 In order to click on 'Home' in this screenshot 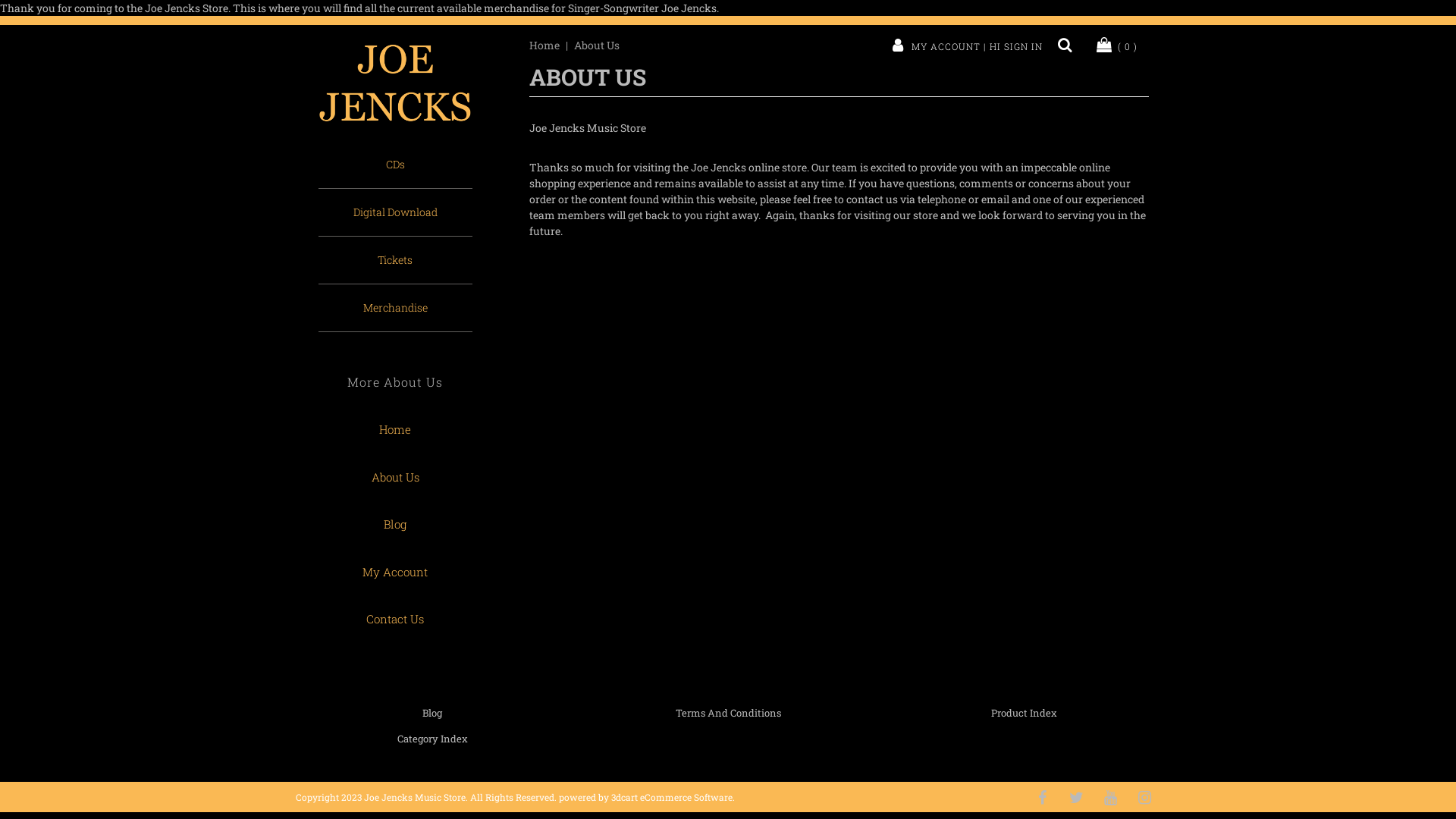, I will do `click(395, 429)`.